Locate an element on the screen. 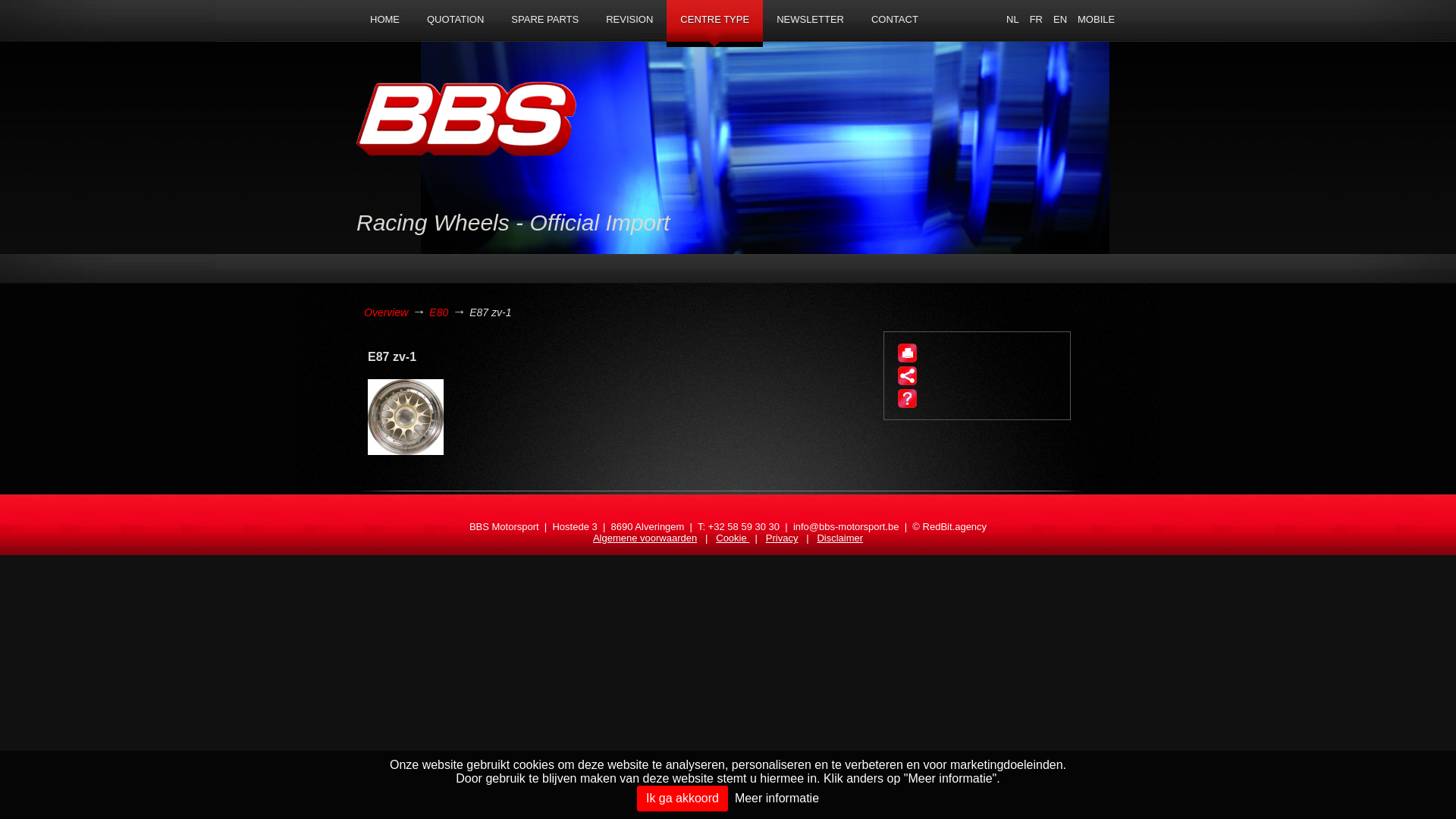 This screenshot has height=819, width=1456. 'SPARE PARTS' is located at coordinates (544, 19).